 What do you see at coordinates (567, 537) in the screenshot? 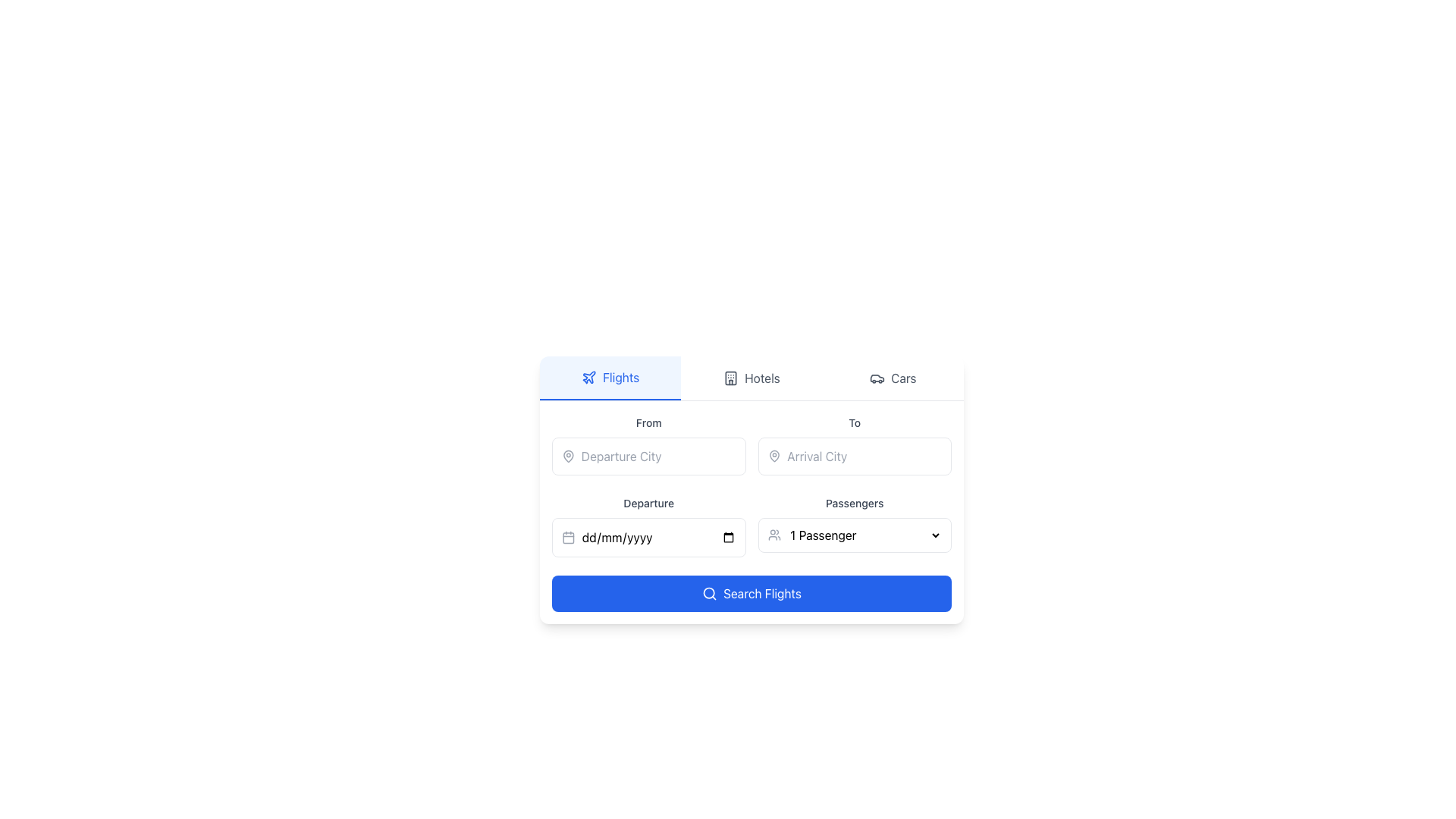
I see `the calendar icon, which is a minimalistic gray outlined icon with a rectangular shape and two vertical lines on top` at bounding box center [567, 537].